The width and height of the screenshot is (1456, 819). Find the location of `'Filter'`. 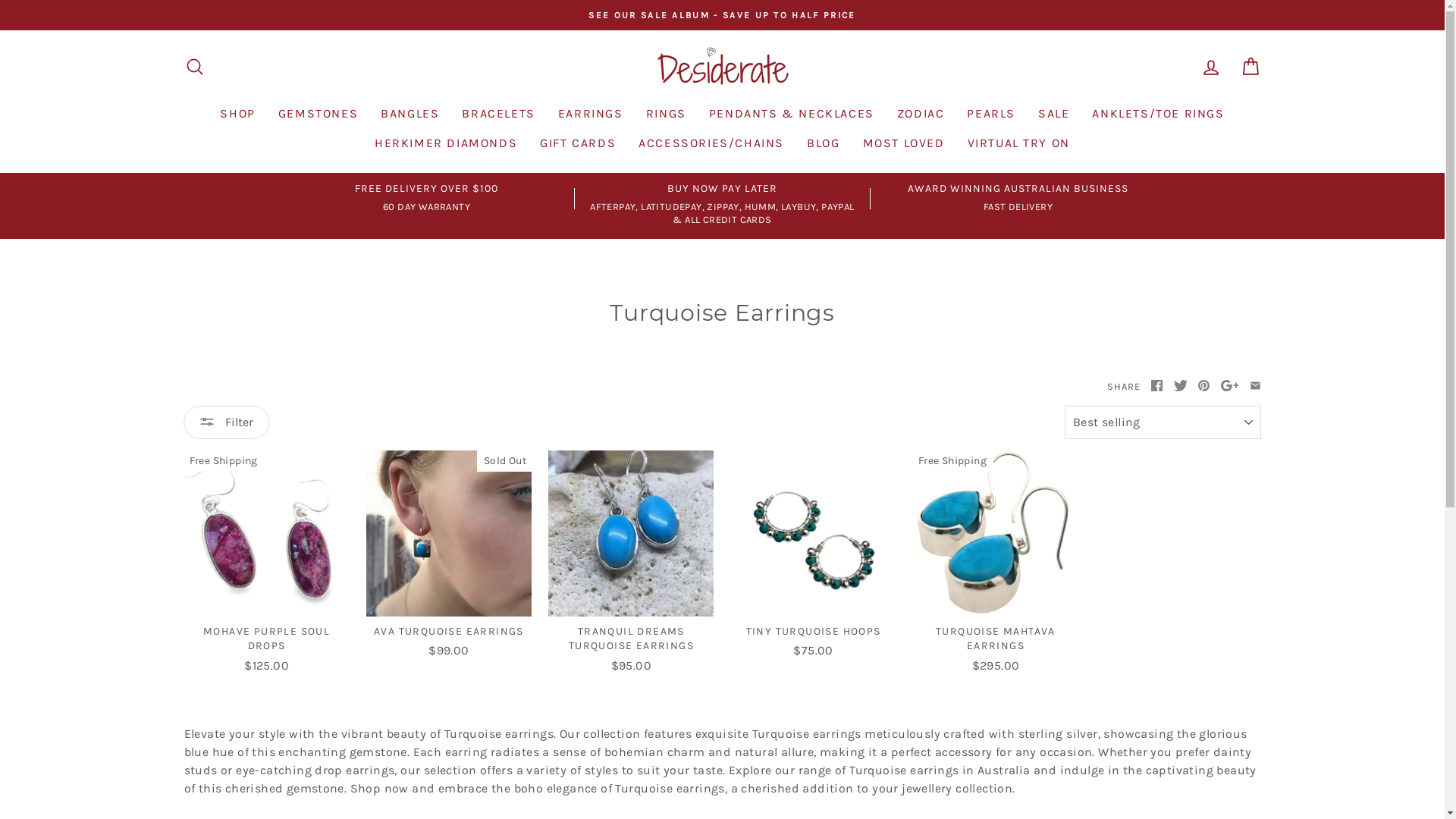

'Filter' is located at coordinates (182, 422).